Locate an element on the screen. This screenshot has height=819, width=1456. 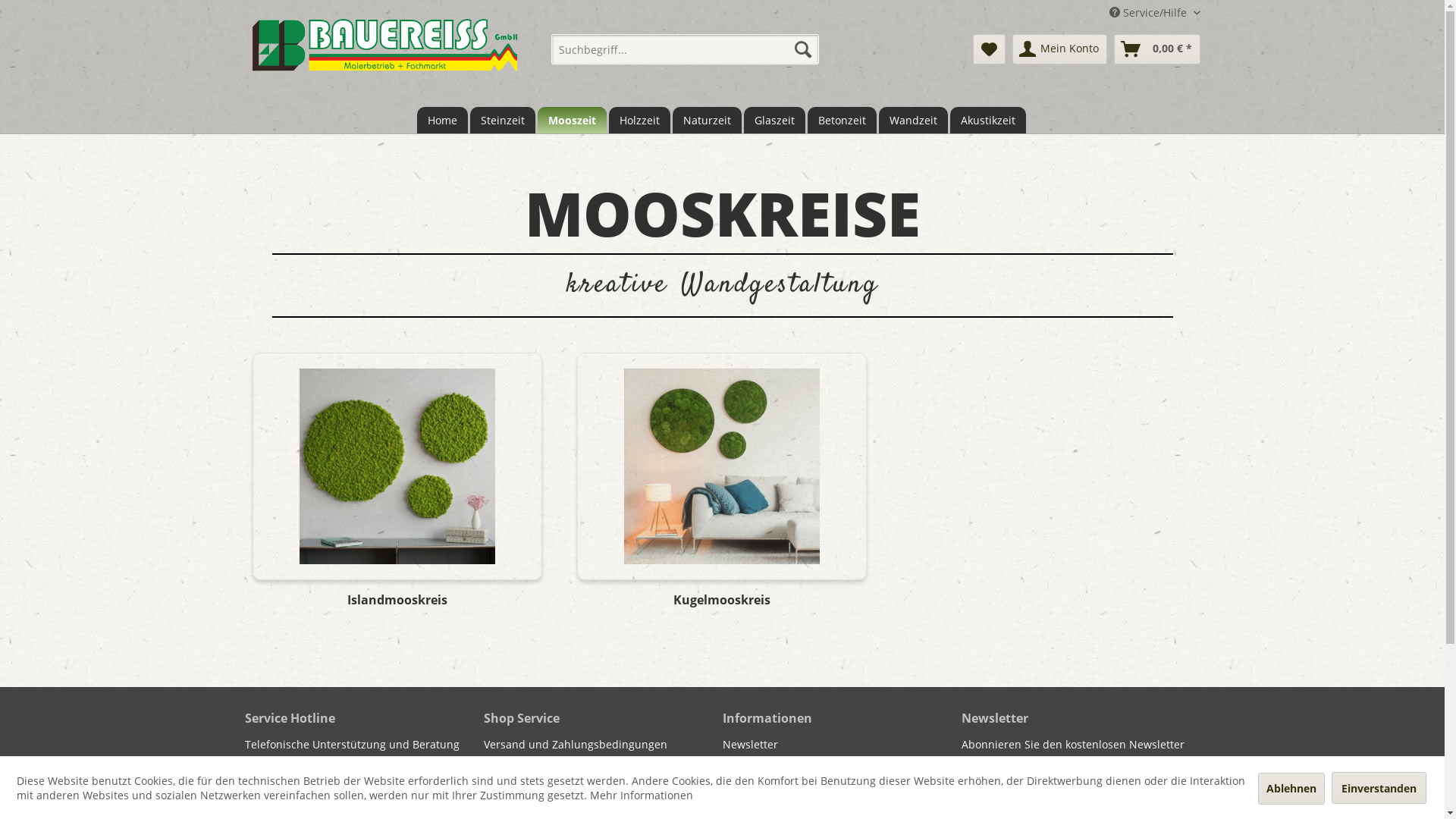
'Kugelmooskreis' is located at coordinates (720, 465).